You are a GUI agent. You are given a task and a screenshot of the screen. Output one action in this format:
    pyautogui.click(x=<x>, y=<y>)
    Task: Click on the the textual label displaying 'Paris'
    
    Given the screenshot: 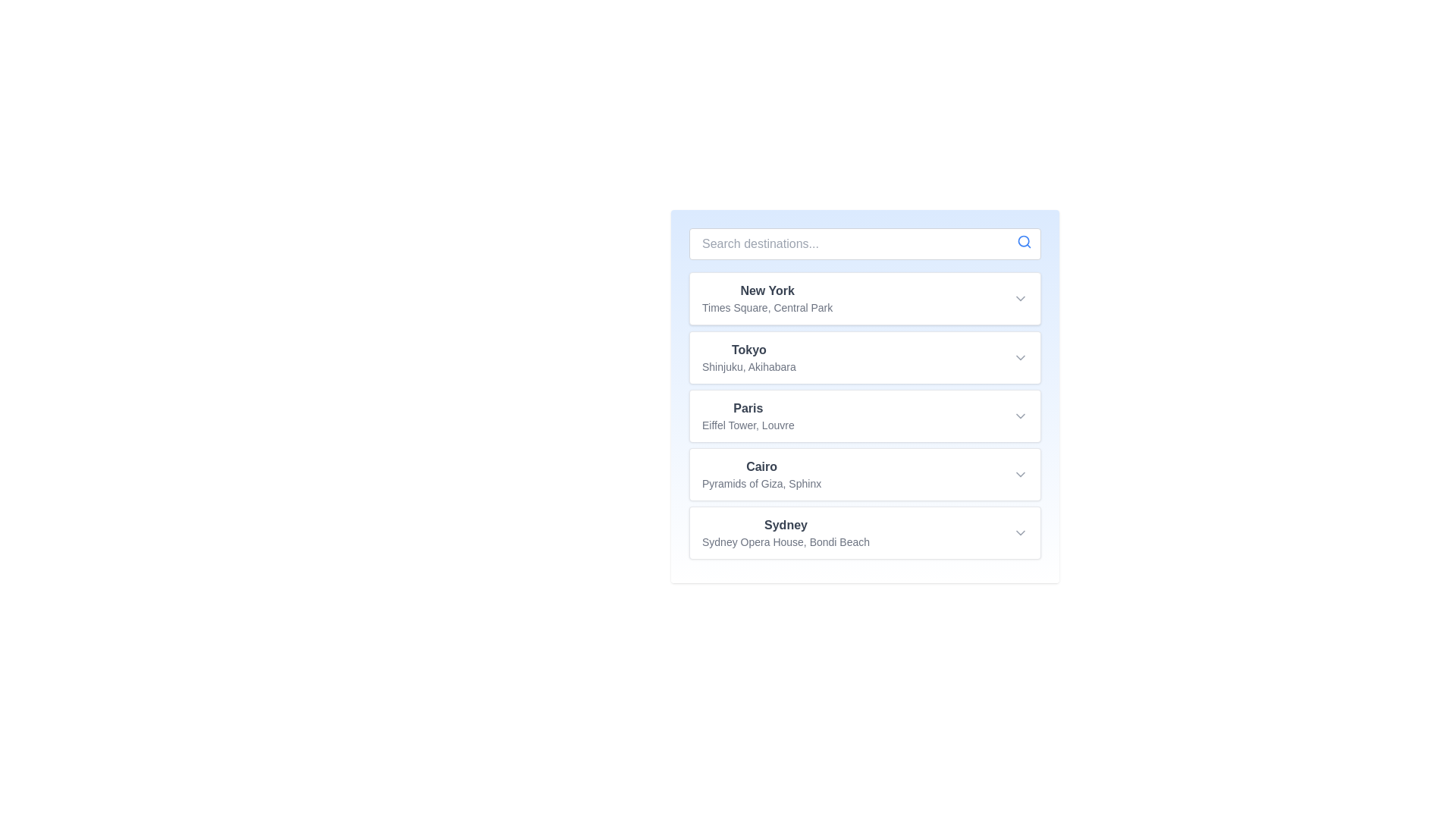 What is the action you would take?
    pyautogui.click(x=748, y=416)
    